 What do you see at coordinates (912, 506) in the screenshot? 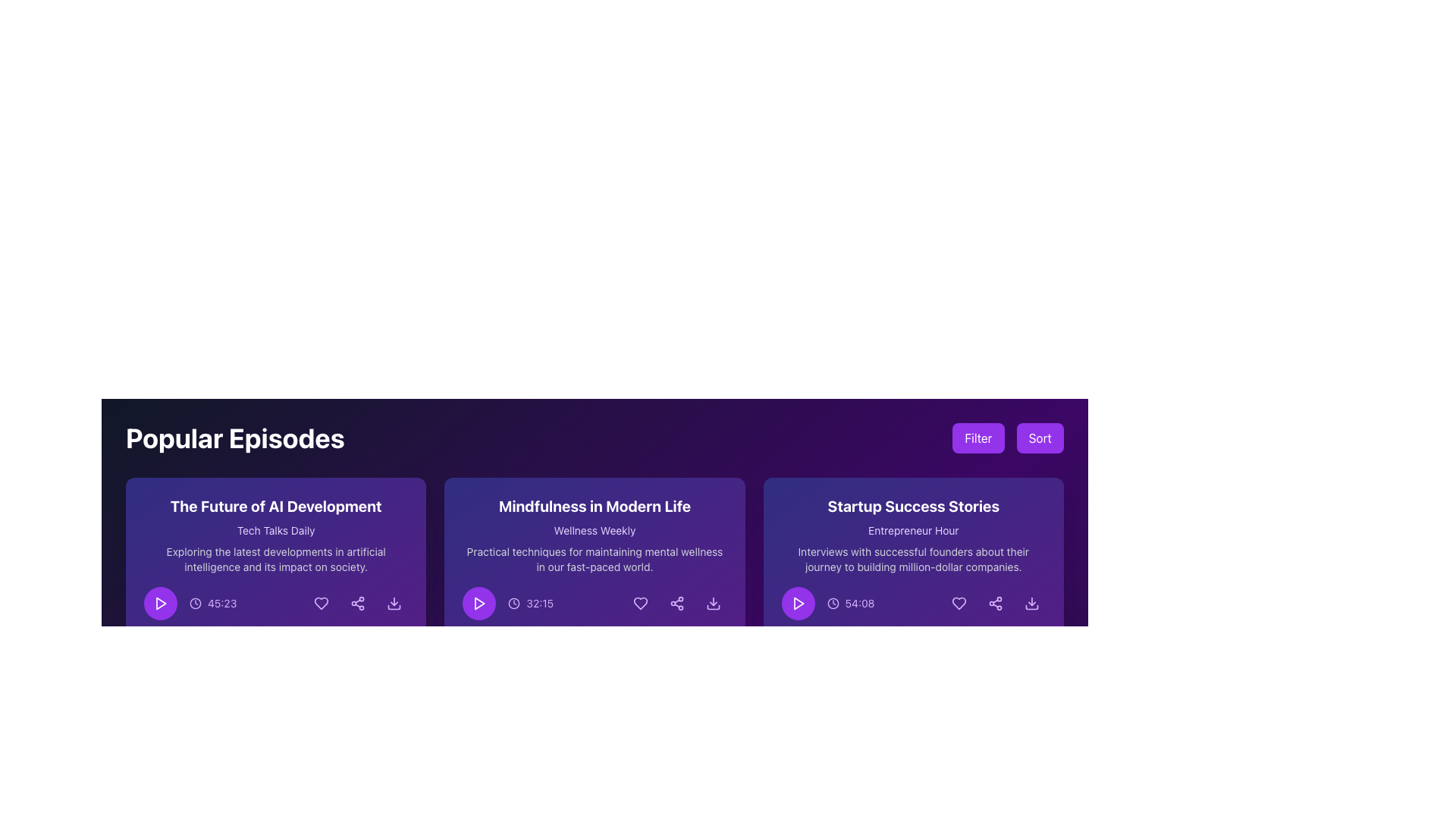
I see `the header text element located at the top of the rightmost card in the 'Popular Episodes' section, which serves as a title for the associated content below` at bounding box center [912, 506].